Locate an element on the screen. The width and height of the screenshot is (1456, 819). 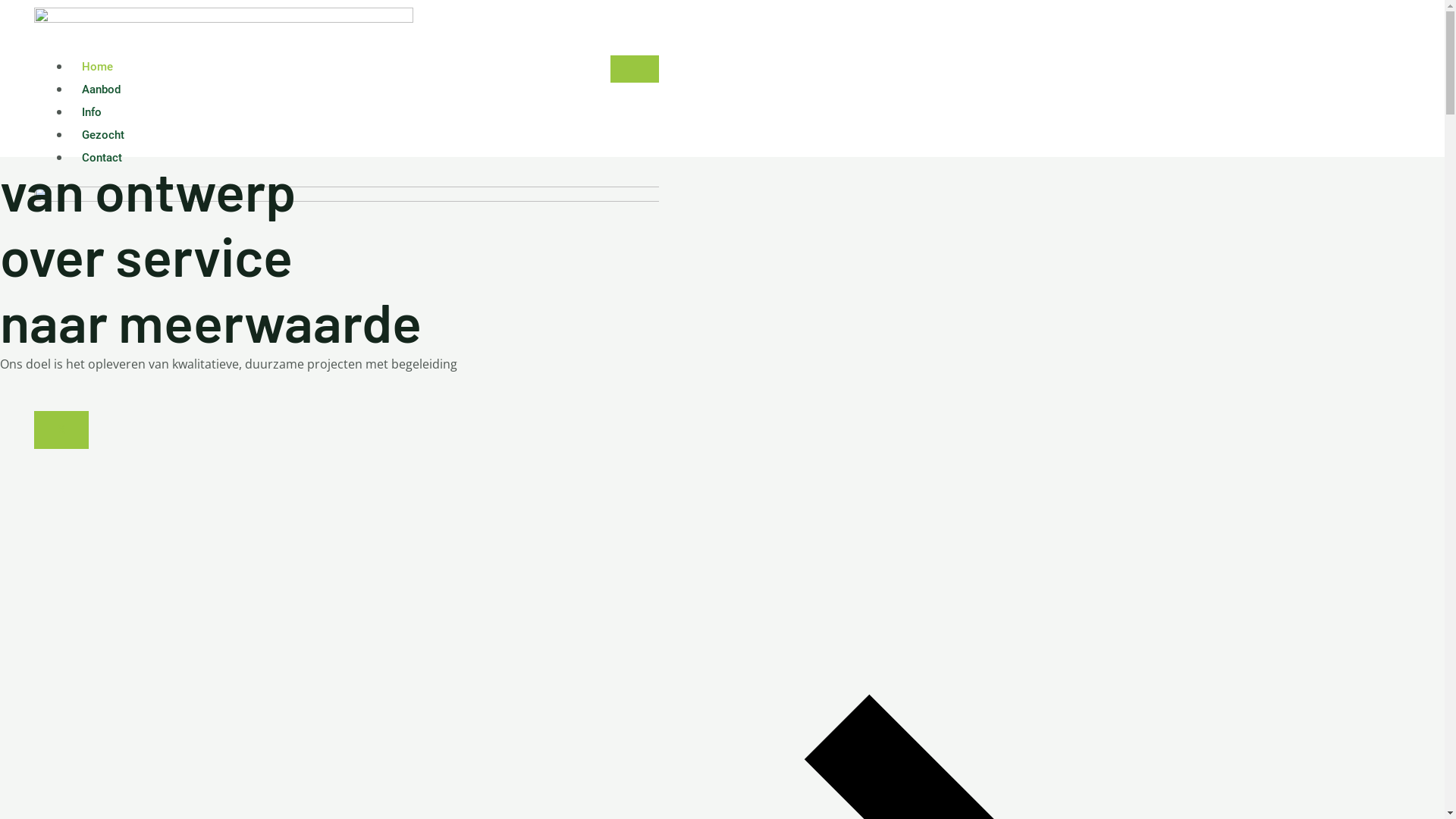
'Home' is located at coordinates (96, 66).